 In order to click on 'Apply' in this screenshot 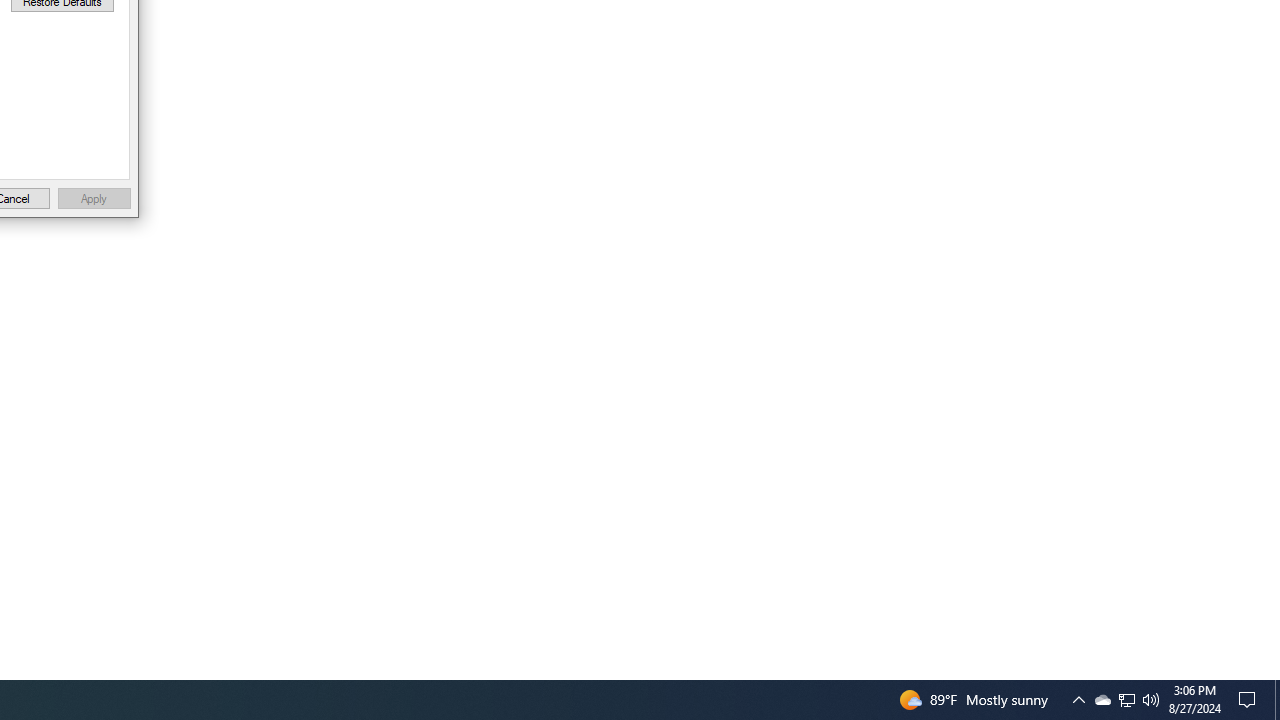, I will do `click(93, 198)`.